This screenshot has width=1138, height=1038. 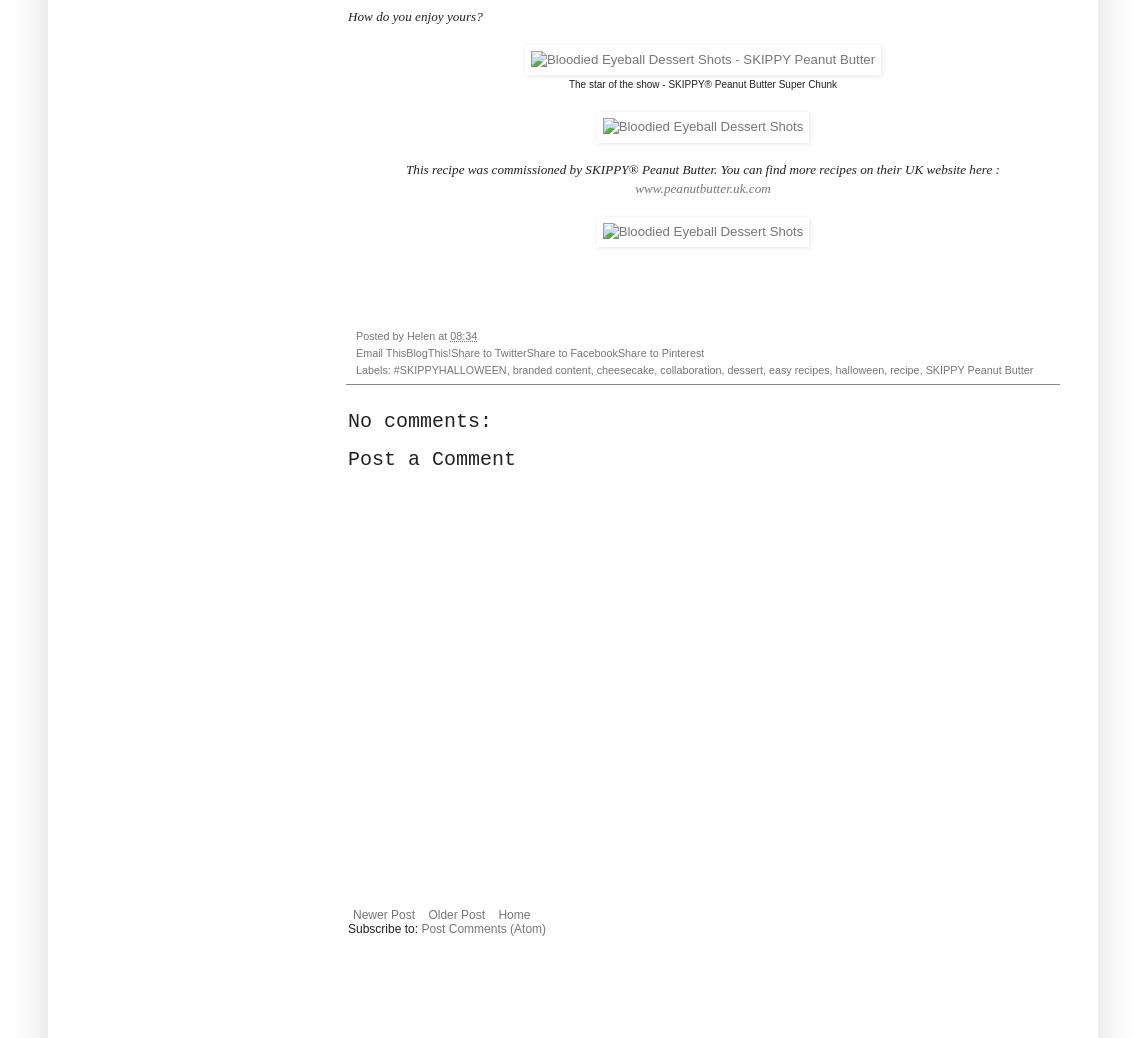 What do you see at coordinates (381, 351) in the screenshot?
I see `'Email This'` at bounding box center [381, 351].